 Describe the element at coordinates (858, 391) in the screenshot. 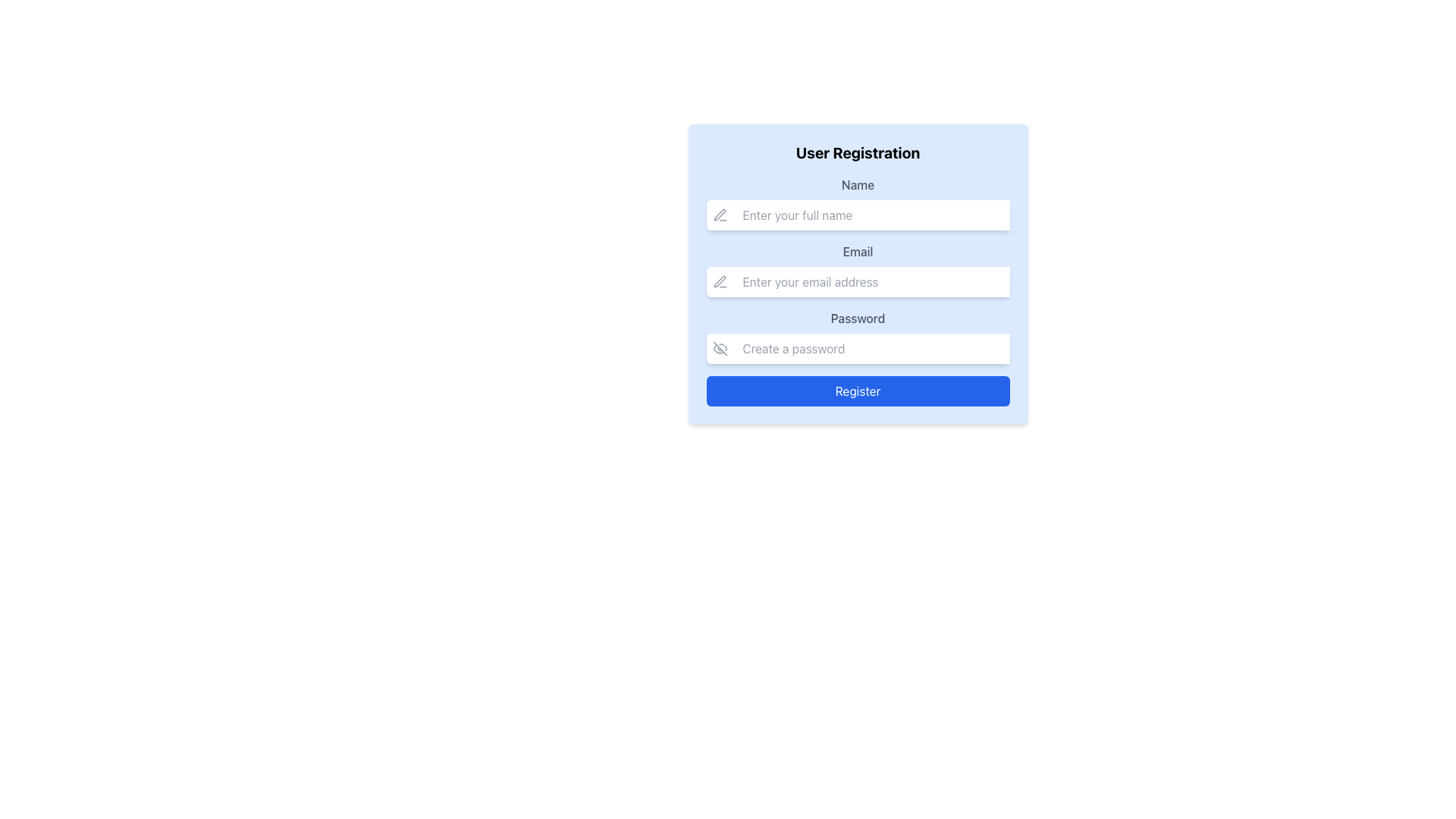

I see `the submit button located at the bottom center of the registration form` at that location.